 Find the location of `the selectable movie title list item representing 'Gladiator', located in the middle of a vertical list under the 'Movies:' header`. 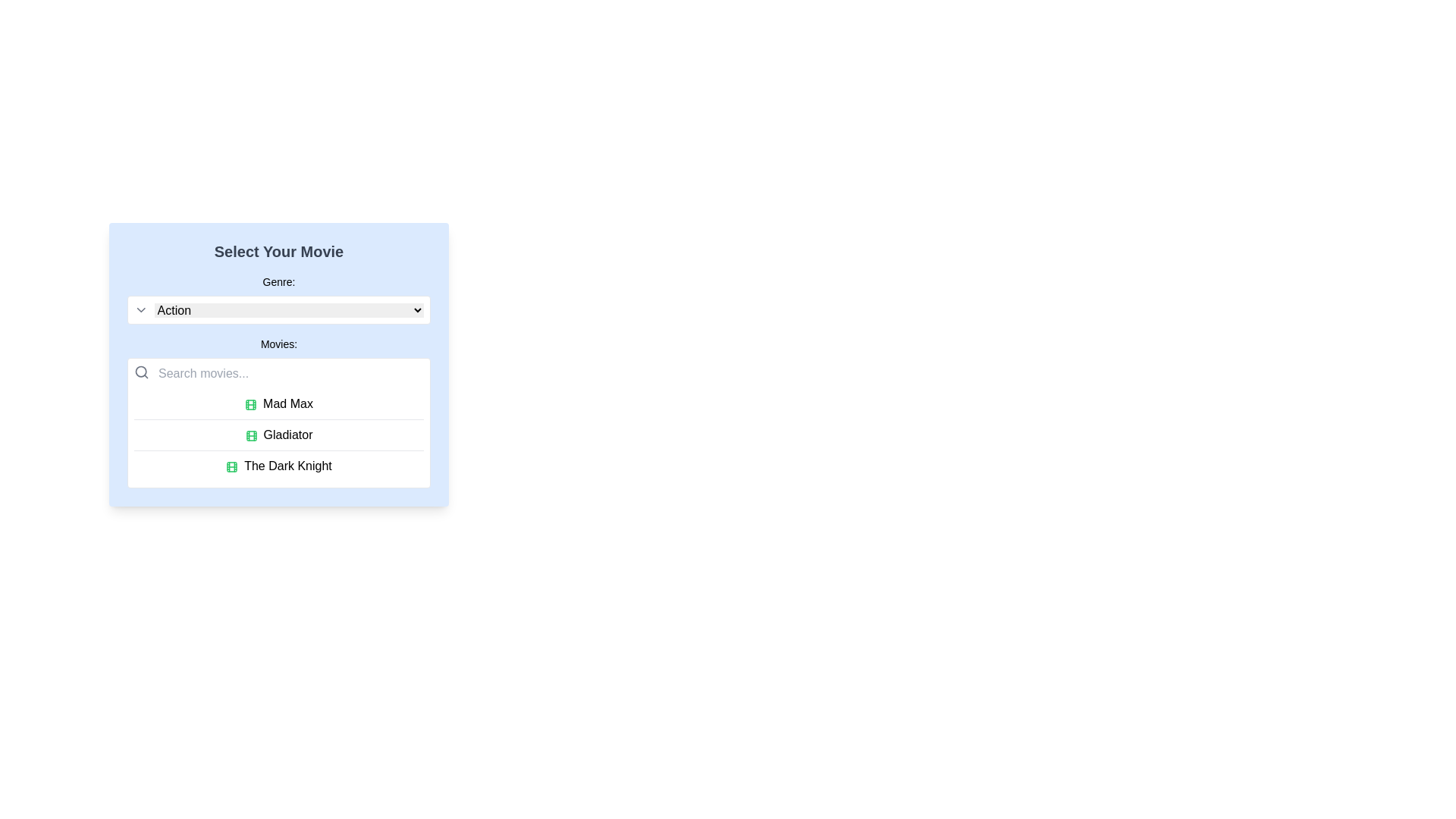

the selectable movie title list item representing 'Gladiator', located in the middle of a vertical list under the 'Movies:' header is located at coordinates (279, 435).